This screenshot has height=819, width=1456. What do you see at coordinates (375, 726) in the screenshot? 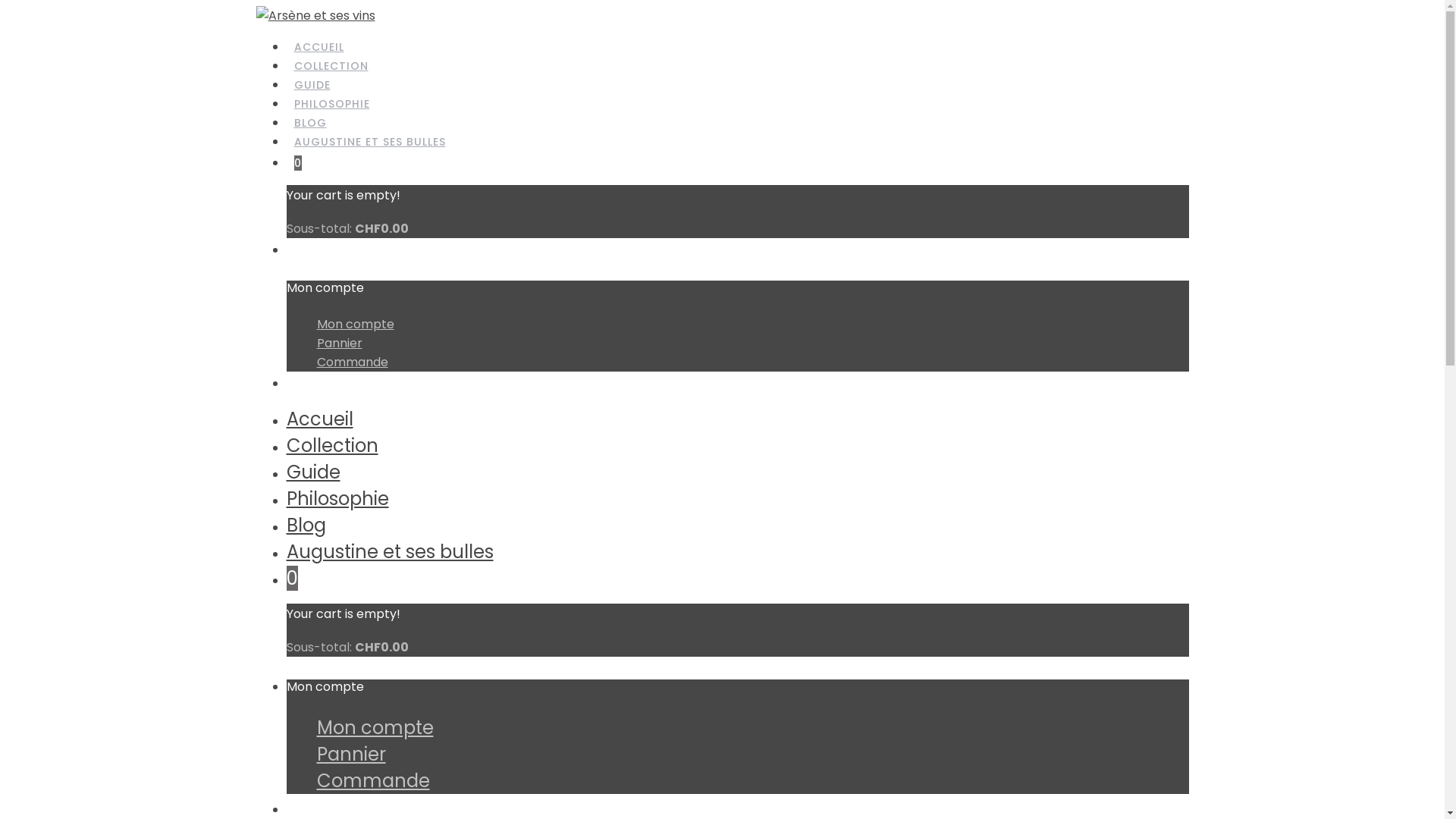
I see `'Mon compte'` at bounding box center [375, 726].